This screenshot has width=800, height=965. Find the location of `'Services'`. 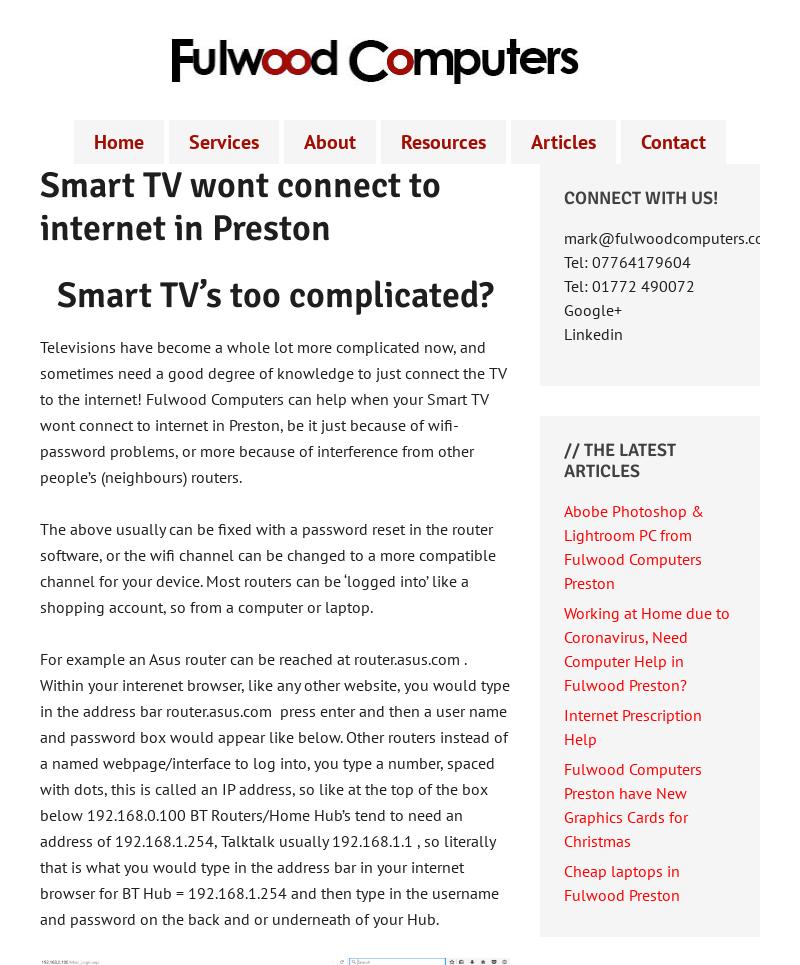

'Services' is located at coordinates (224, 142).